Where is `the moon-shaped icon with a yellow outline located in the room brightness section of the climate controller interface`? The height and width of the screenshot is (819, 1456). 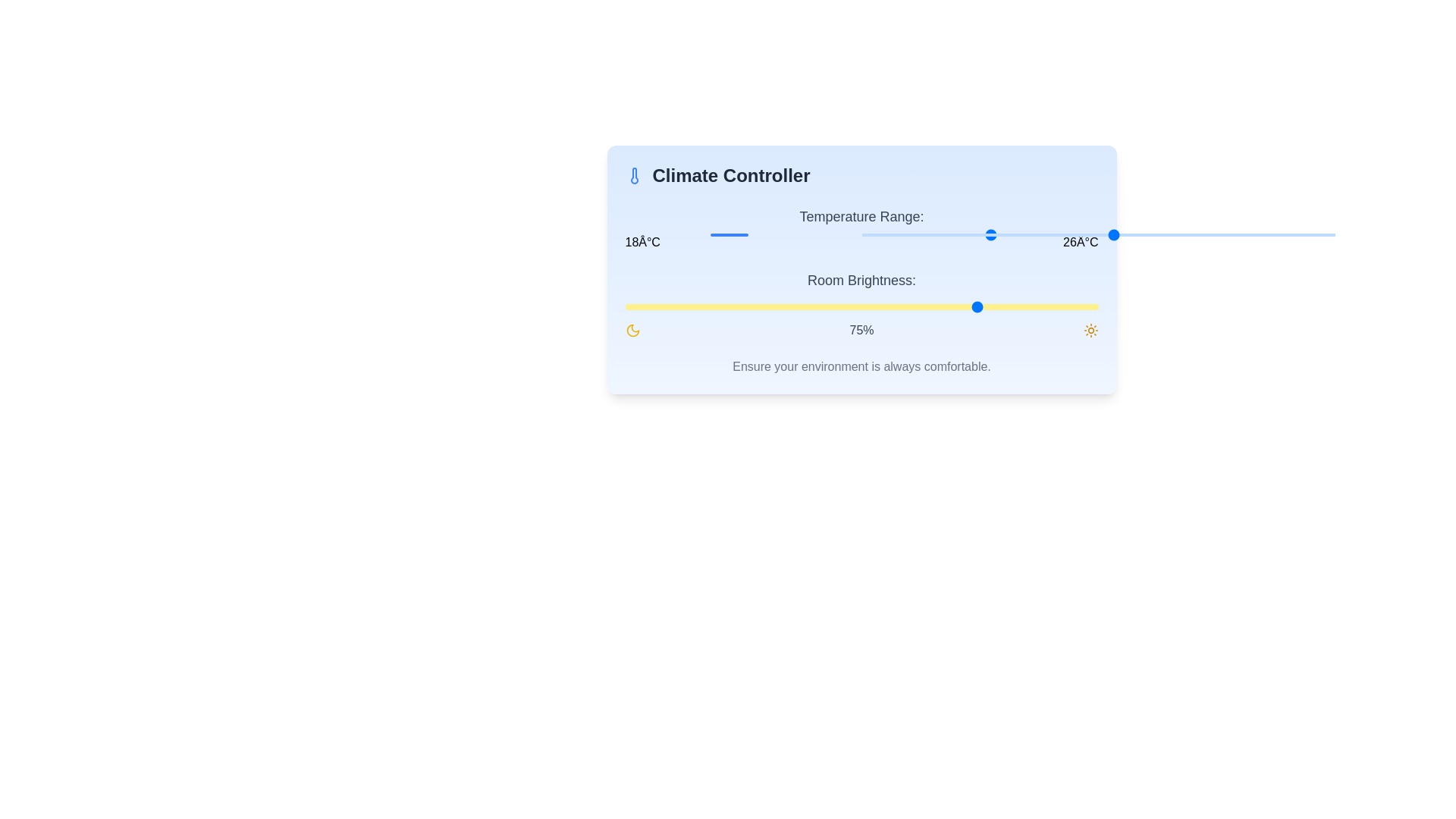 the moon-shaped icon with a yellow outline located in the room brightness section of the climate controller interface is located at coordinates (632, 329).